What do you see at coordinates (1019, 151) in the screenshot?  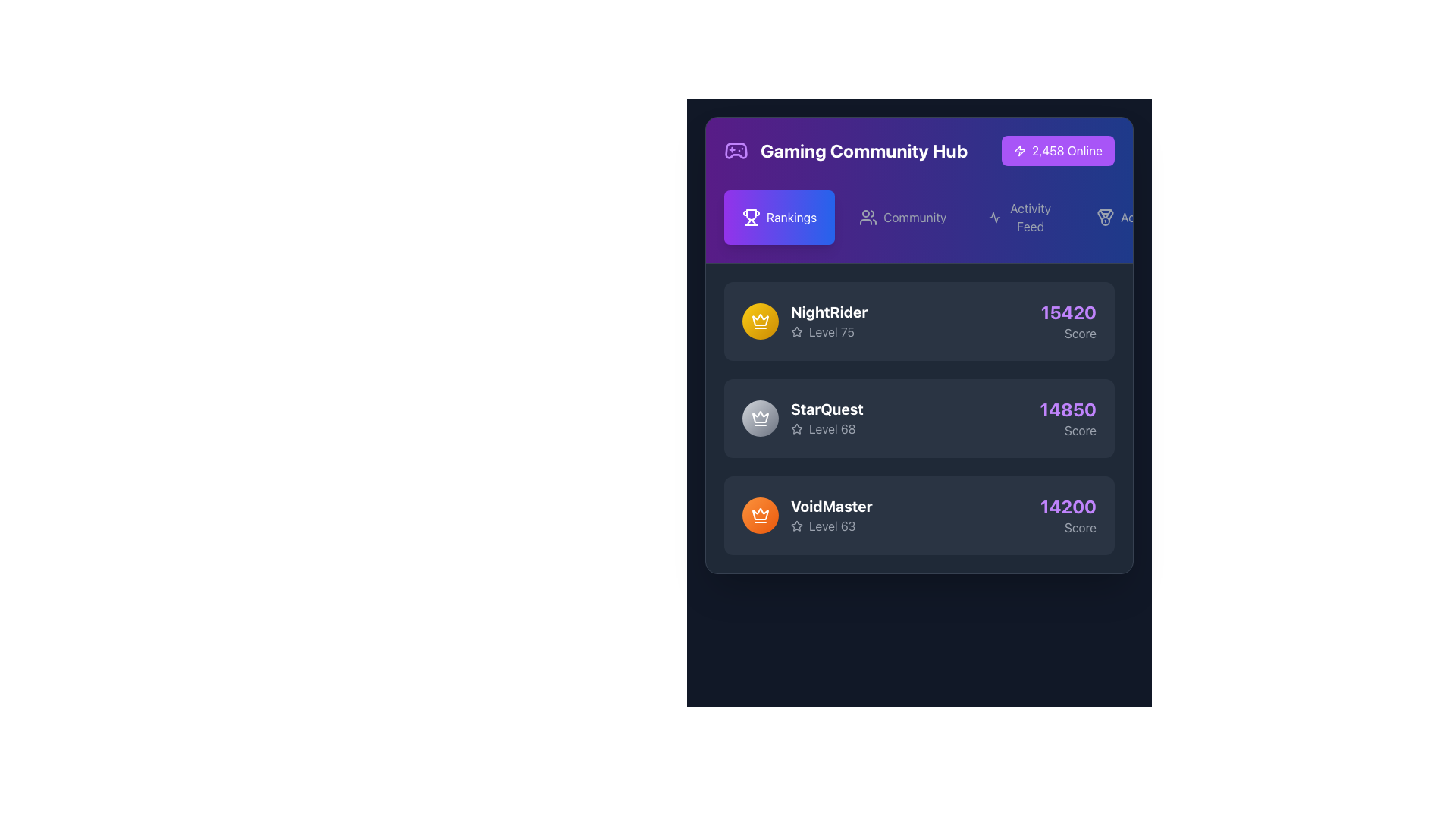 I see `the lightning bolt-shaped icon button with a purple background located in the navigation bar at the top of the interface` at bounding box center [1019, 151].